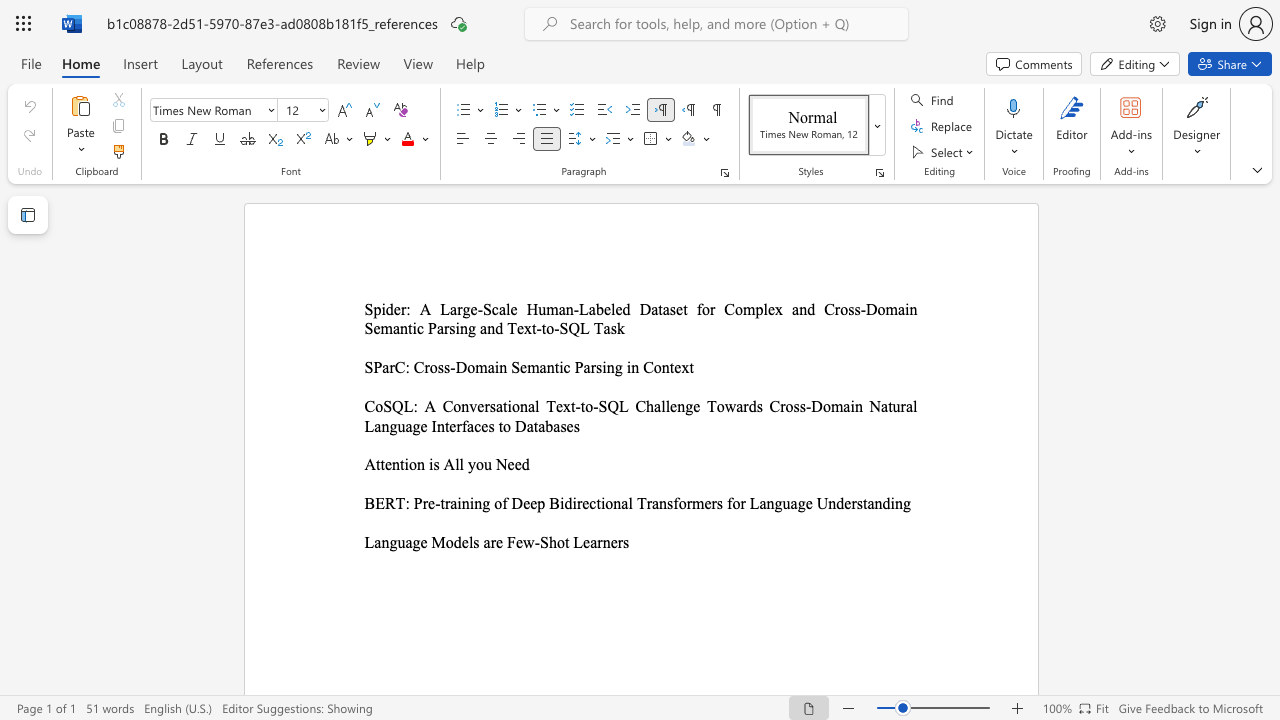 This screenshot has width=1280, height=720. I want to click on the subset text "ion i" within the text "Attention is All you Need", so click(403, 464).